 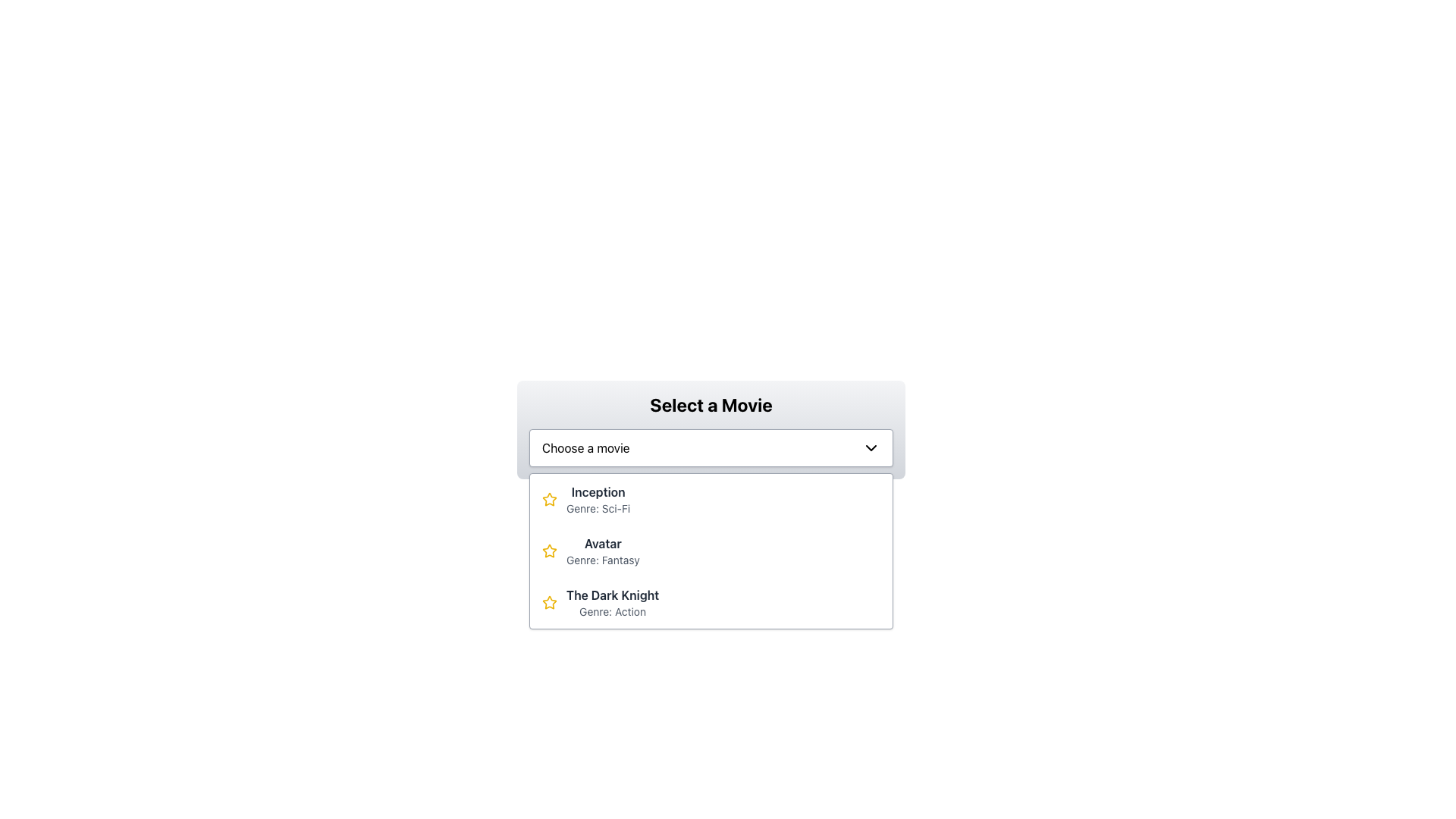 I want to click on the text label displaying 'Genre: Fantasy' located directly below the title 'Avatar' in the movie selection dropdown, so click(x=602, y=560).